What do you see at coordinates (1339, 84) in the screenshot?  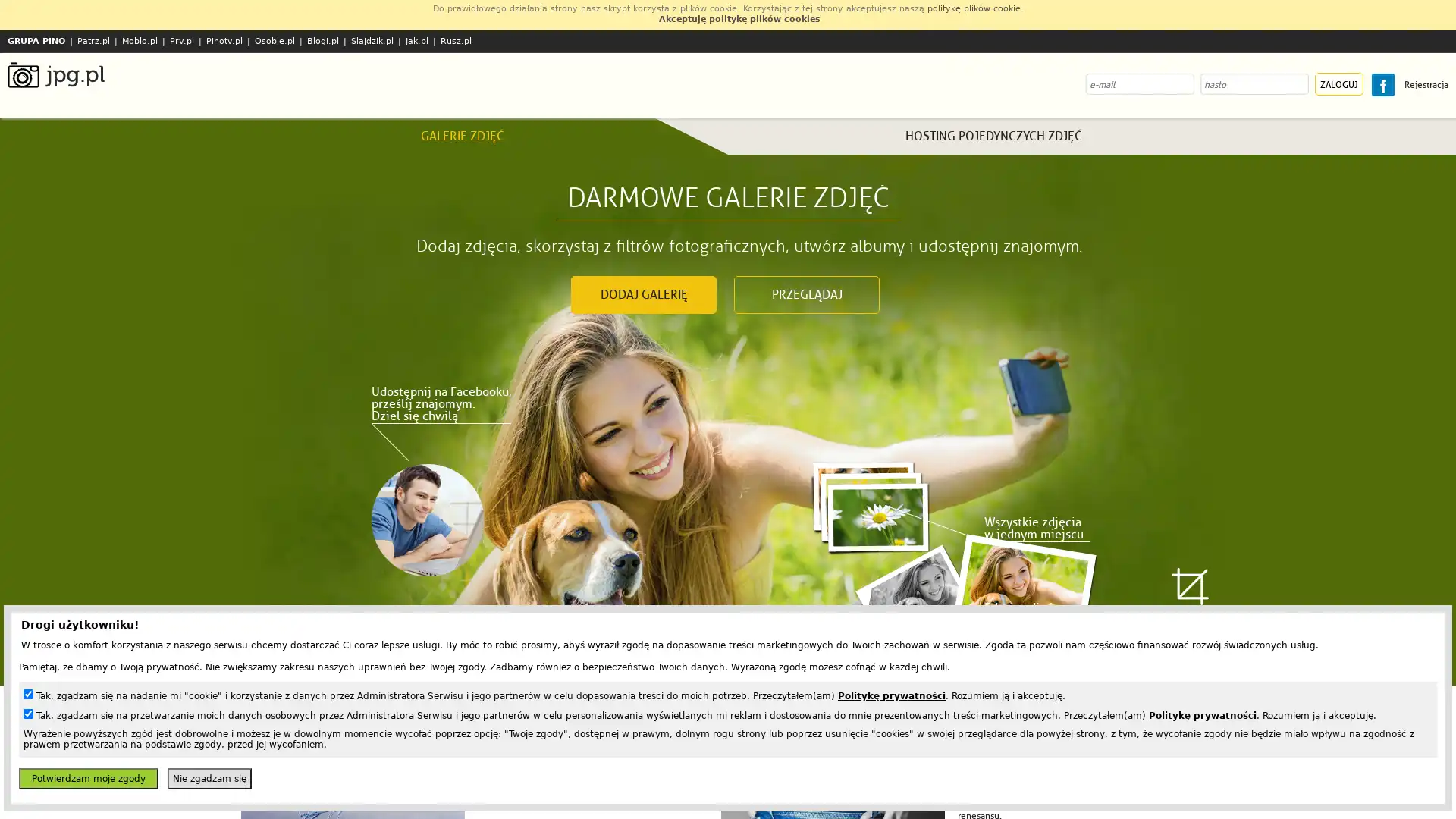 I see `Zaloguj` at bounding box center [1339, 84].